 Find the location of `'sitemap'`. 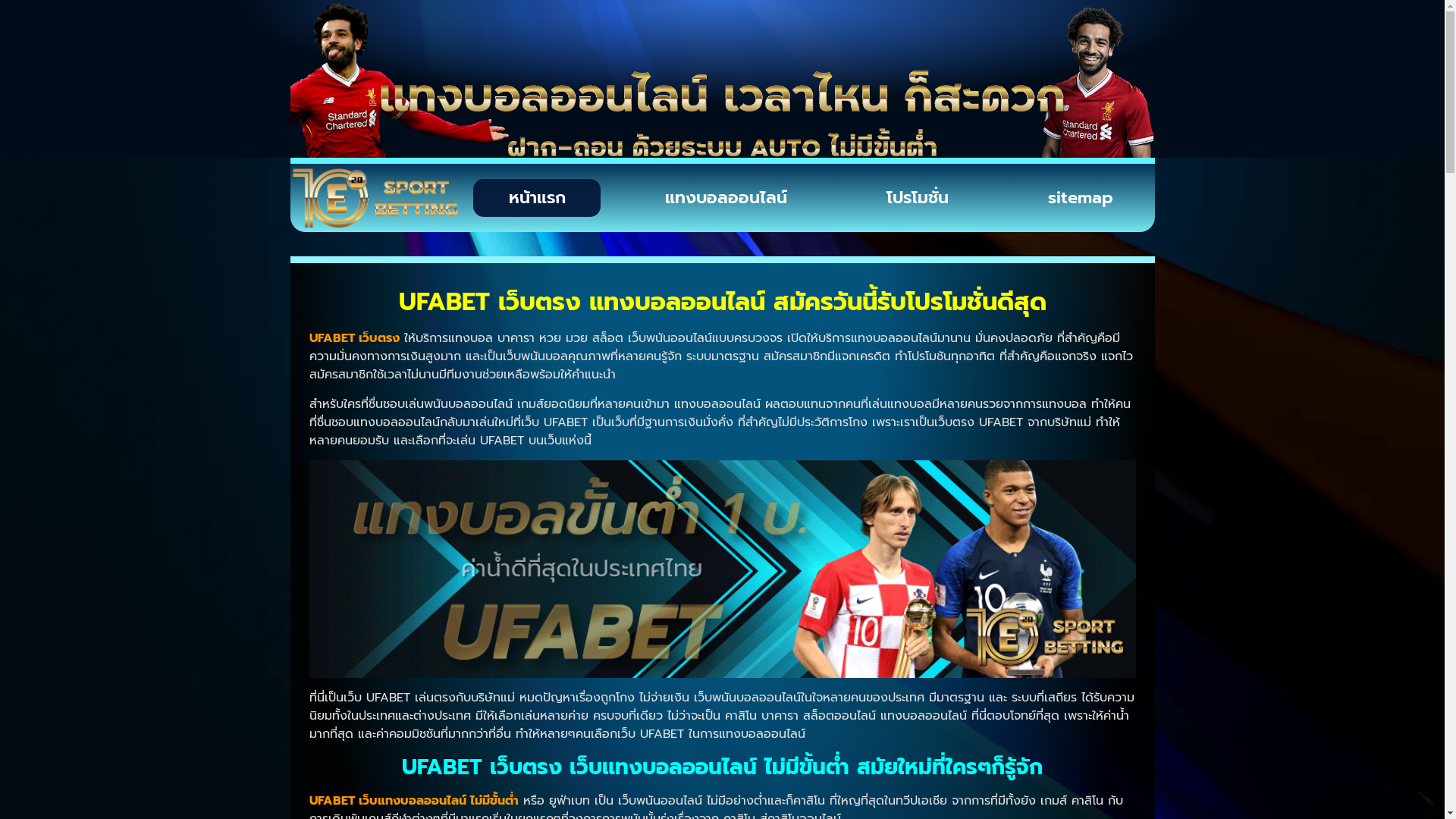

'sitemap' is located at coordinates (1080, 197).